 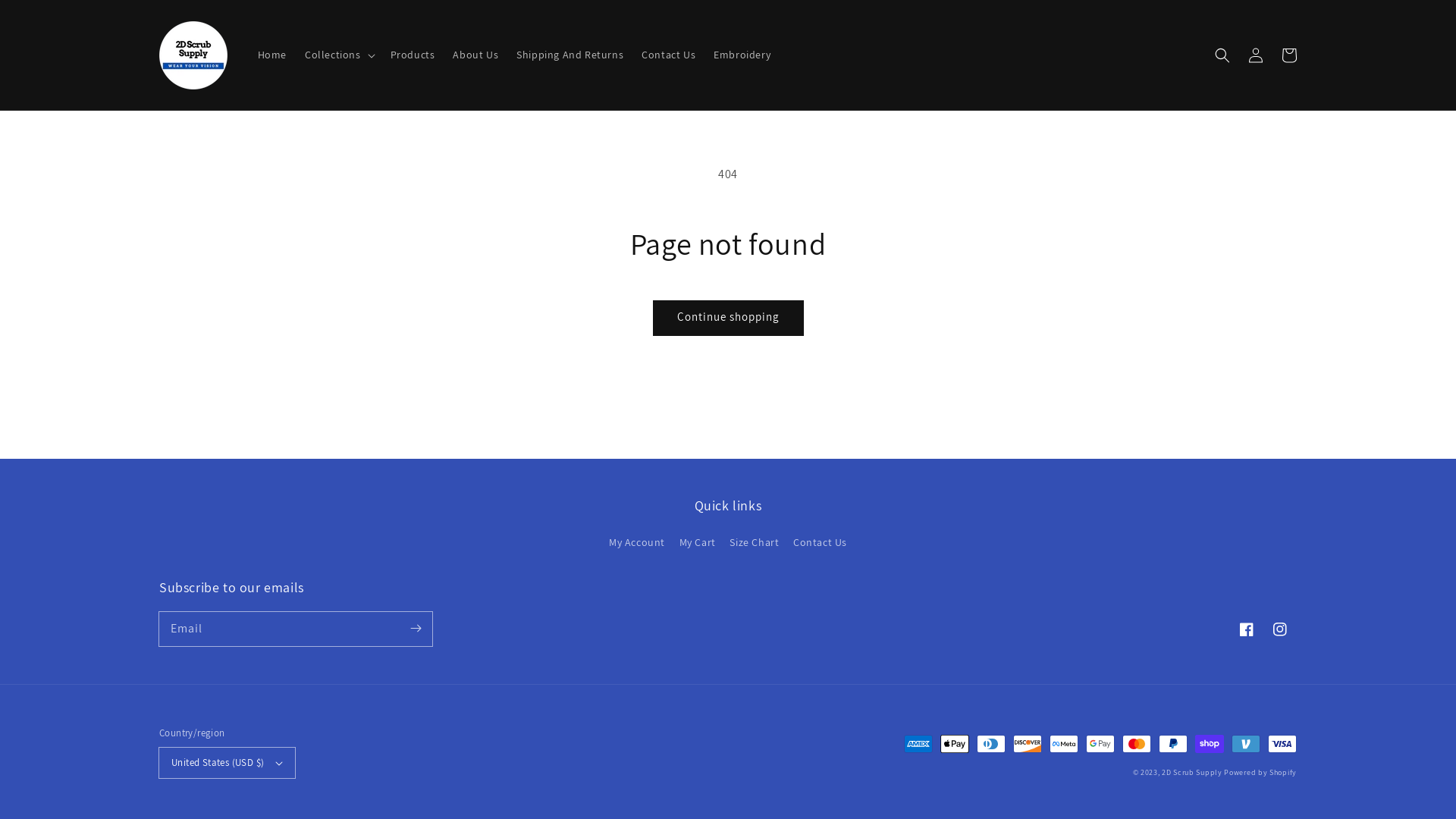 What do you see at coordinates (819, 541) in the screenshot?
I see `'Contact Us'` at bounding box center [819, 541].